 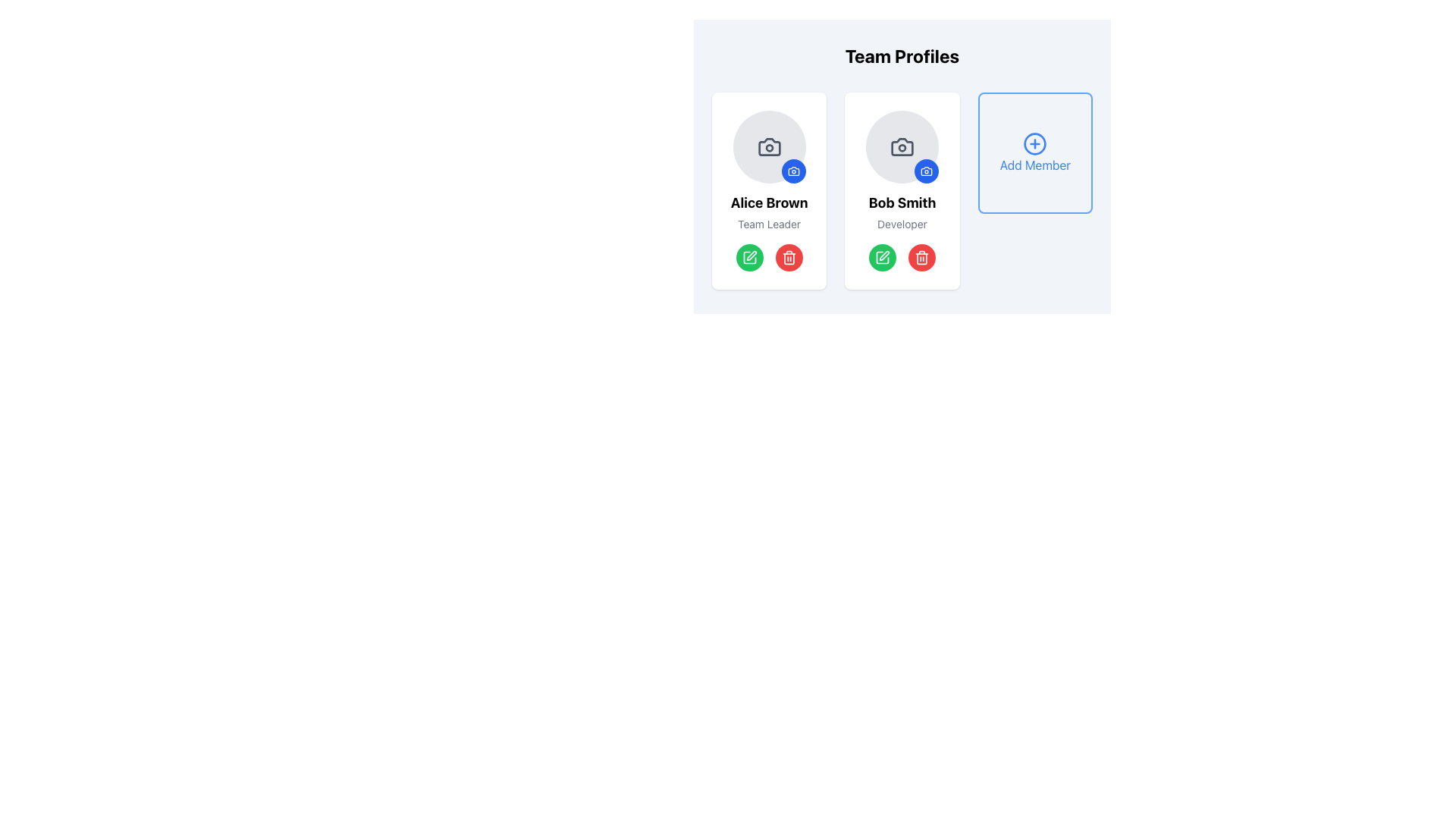 What do you see at coordinates (769, 190) in the screenshot?
I see `the green button with a pen icon located at the bottom left of the card component displaying 'Alice Brown' and 'Team Leader'` at bounding box center [769, 190].